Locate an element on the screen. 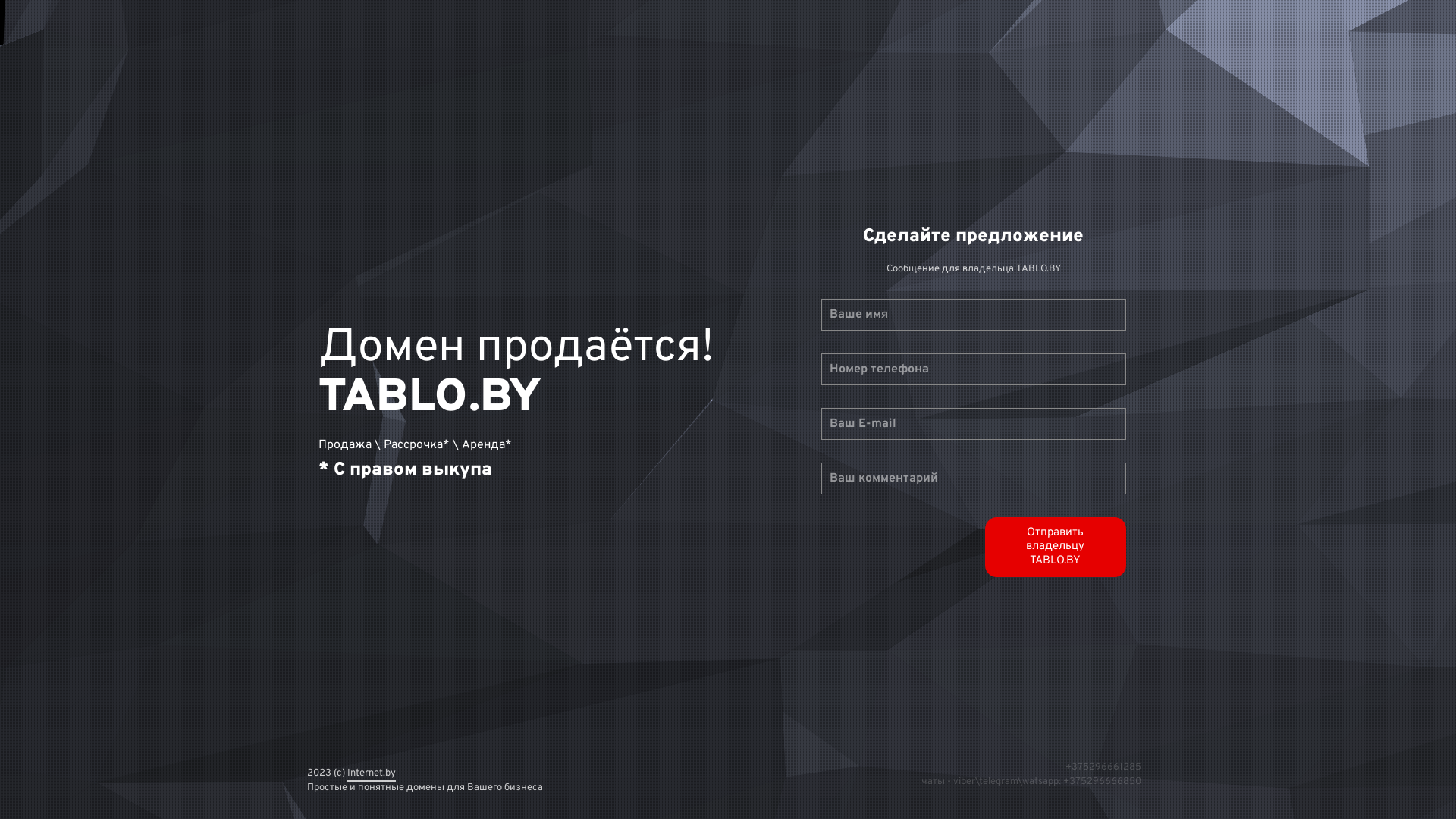 This screenshot has height=819, width=1456. '+375296661285' is located at coordinates (1103, 766).